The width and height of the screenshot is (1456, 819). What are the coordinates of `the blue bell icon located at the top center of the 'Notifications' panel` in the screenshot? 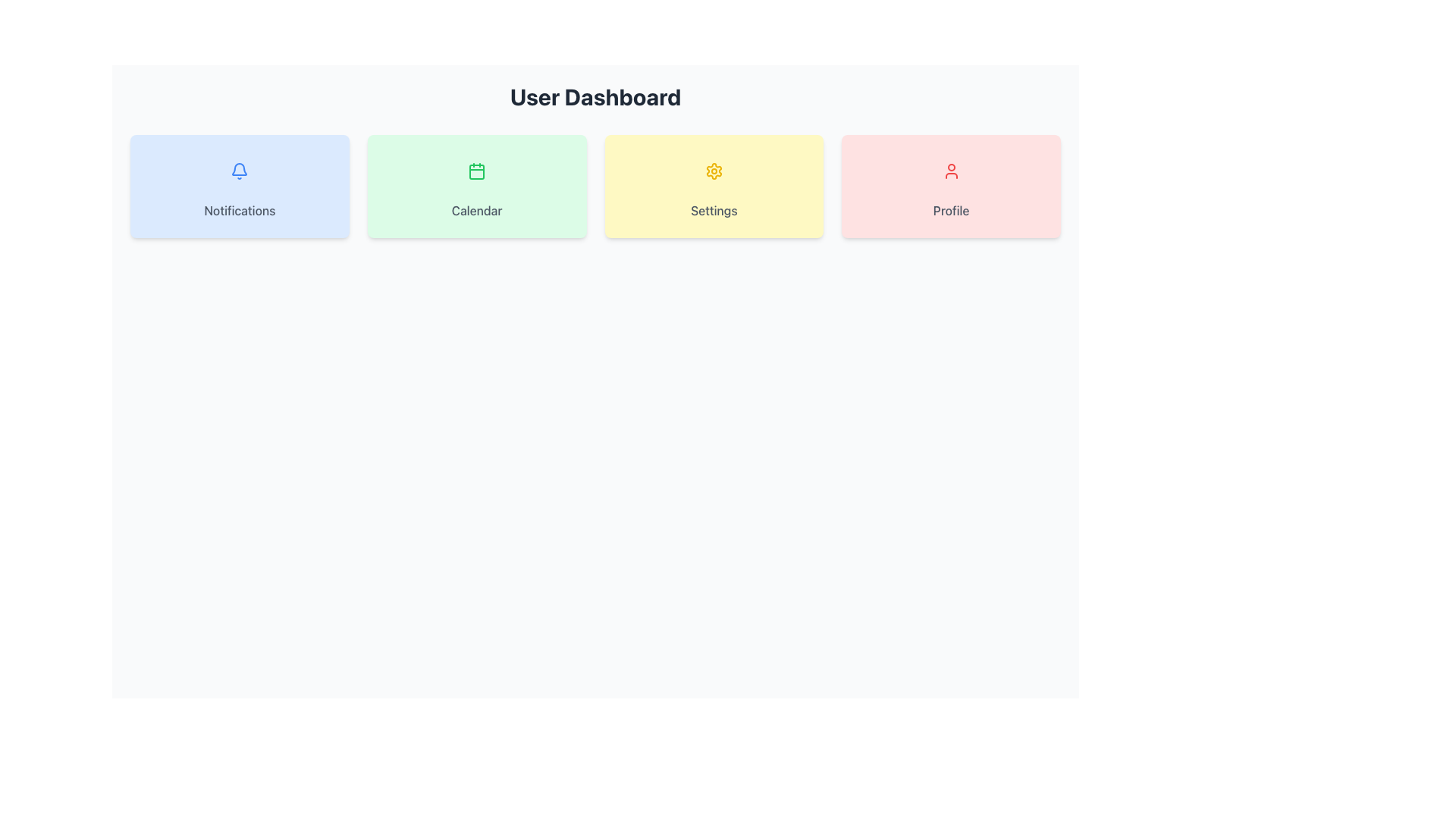 It's located at (239, 171).